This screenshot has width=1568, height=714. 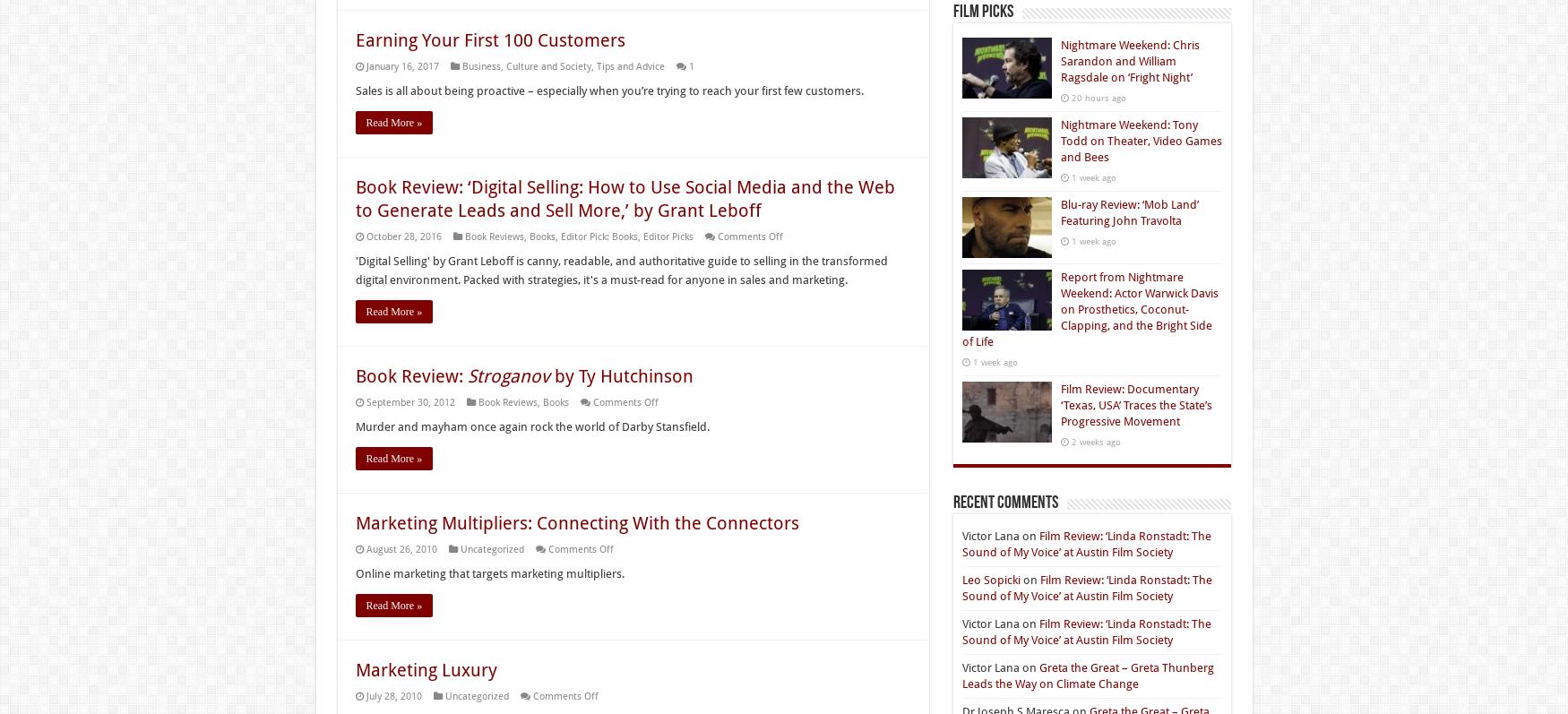 I want to click on 'July 28, 2010', so click(x=393, y=696).